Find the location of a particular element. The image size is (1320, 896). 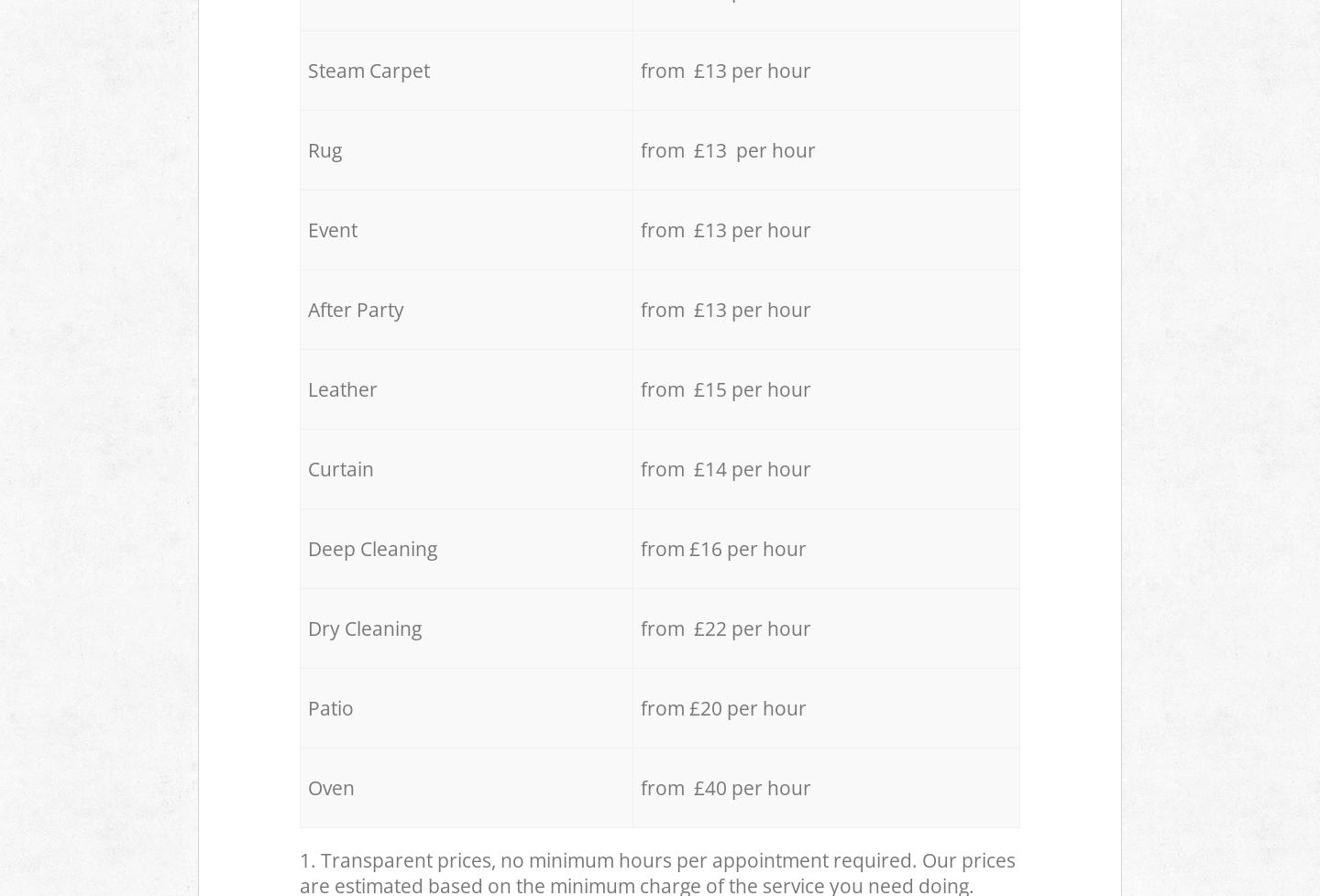

'from  £40 per hour' is located at coordinates (726, 785).